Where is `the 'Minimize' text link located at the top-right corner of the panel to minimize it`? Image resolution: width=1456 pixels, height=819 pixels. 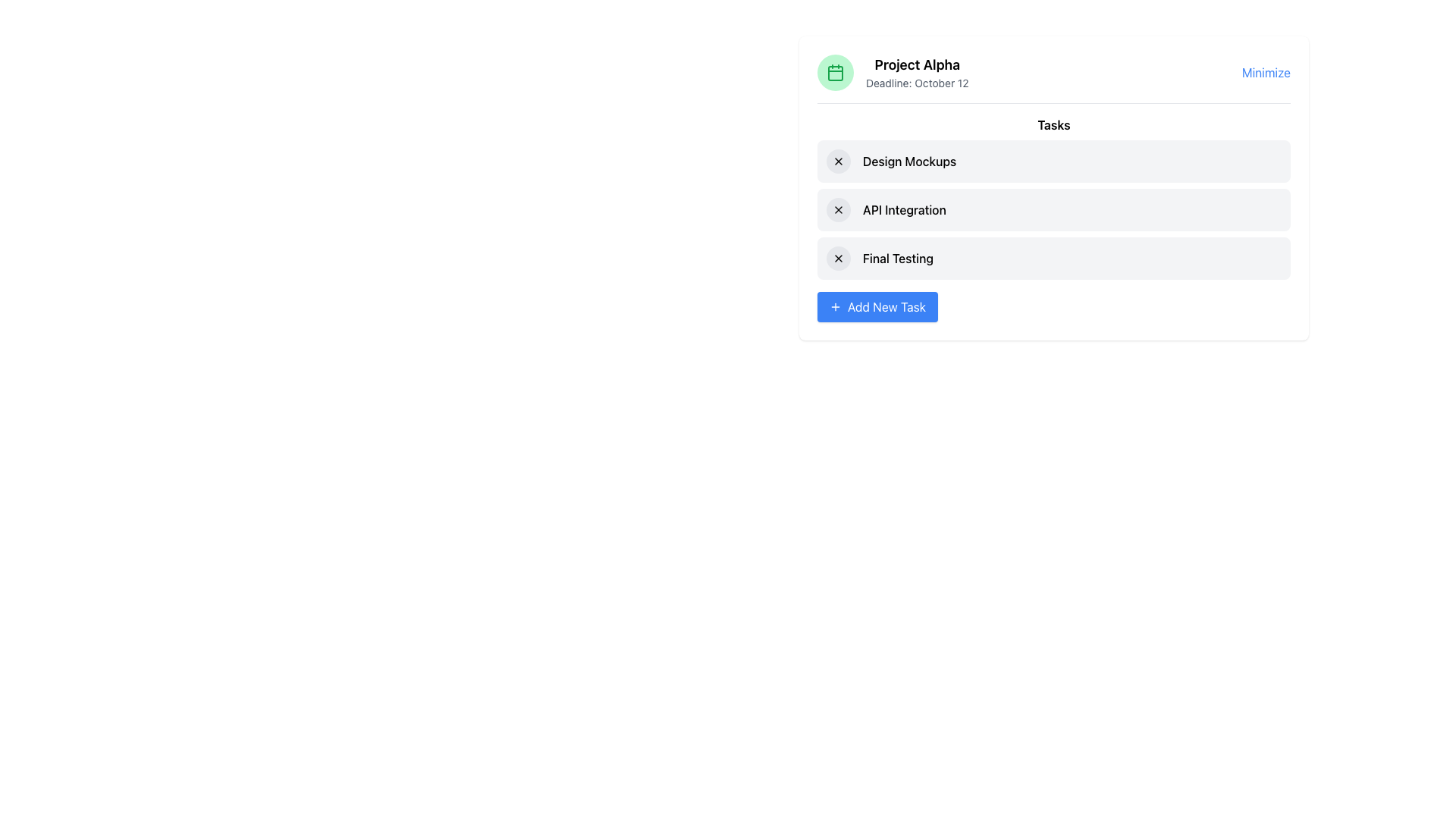
the 'Minimize' text link located at the top-right corner of the panel to minimize it is located at coordinates (1266, 73).